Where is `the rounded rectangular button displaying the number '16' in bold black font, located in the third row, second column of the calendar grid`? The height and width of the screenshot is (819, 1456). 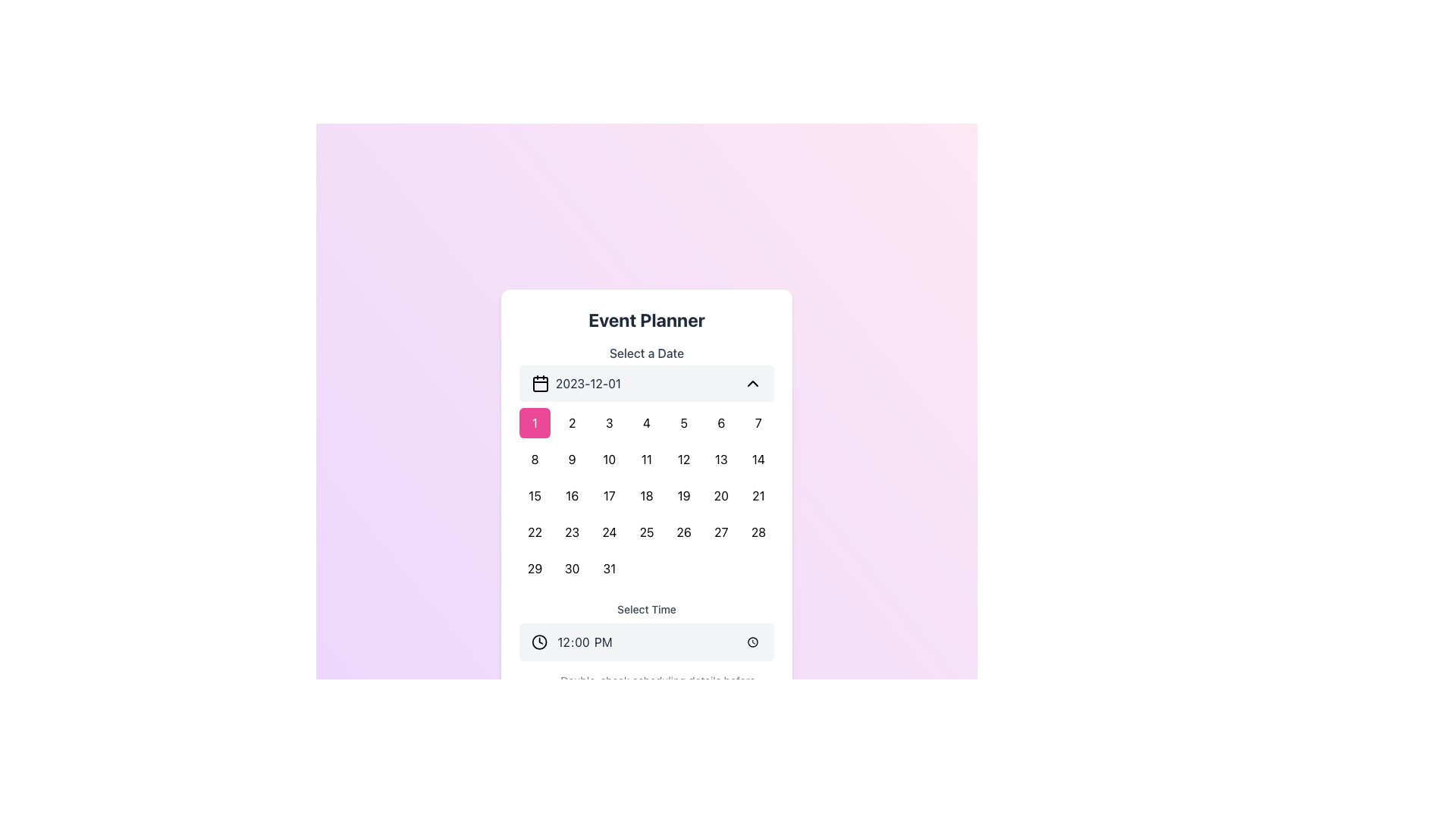
the rounded rectangular button displaying the number '16' in bold black font, located in the third row, second column of the calendar grid is located at coordinates (571, 496).